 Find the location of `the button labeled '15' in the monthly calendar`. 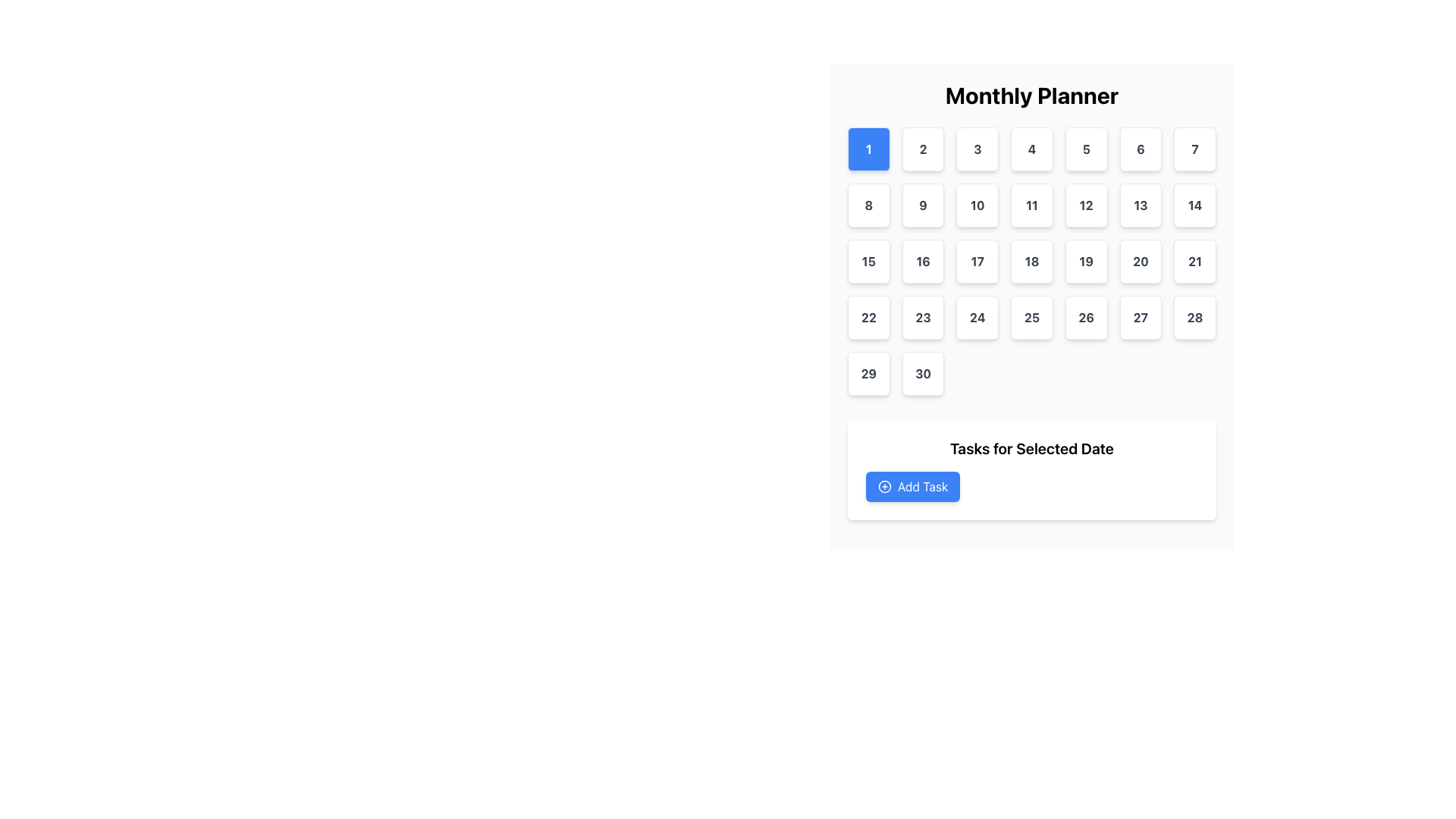

the button labeled '15' in the monthly calendar is located at coordinates (868, 260).